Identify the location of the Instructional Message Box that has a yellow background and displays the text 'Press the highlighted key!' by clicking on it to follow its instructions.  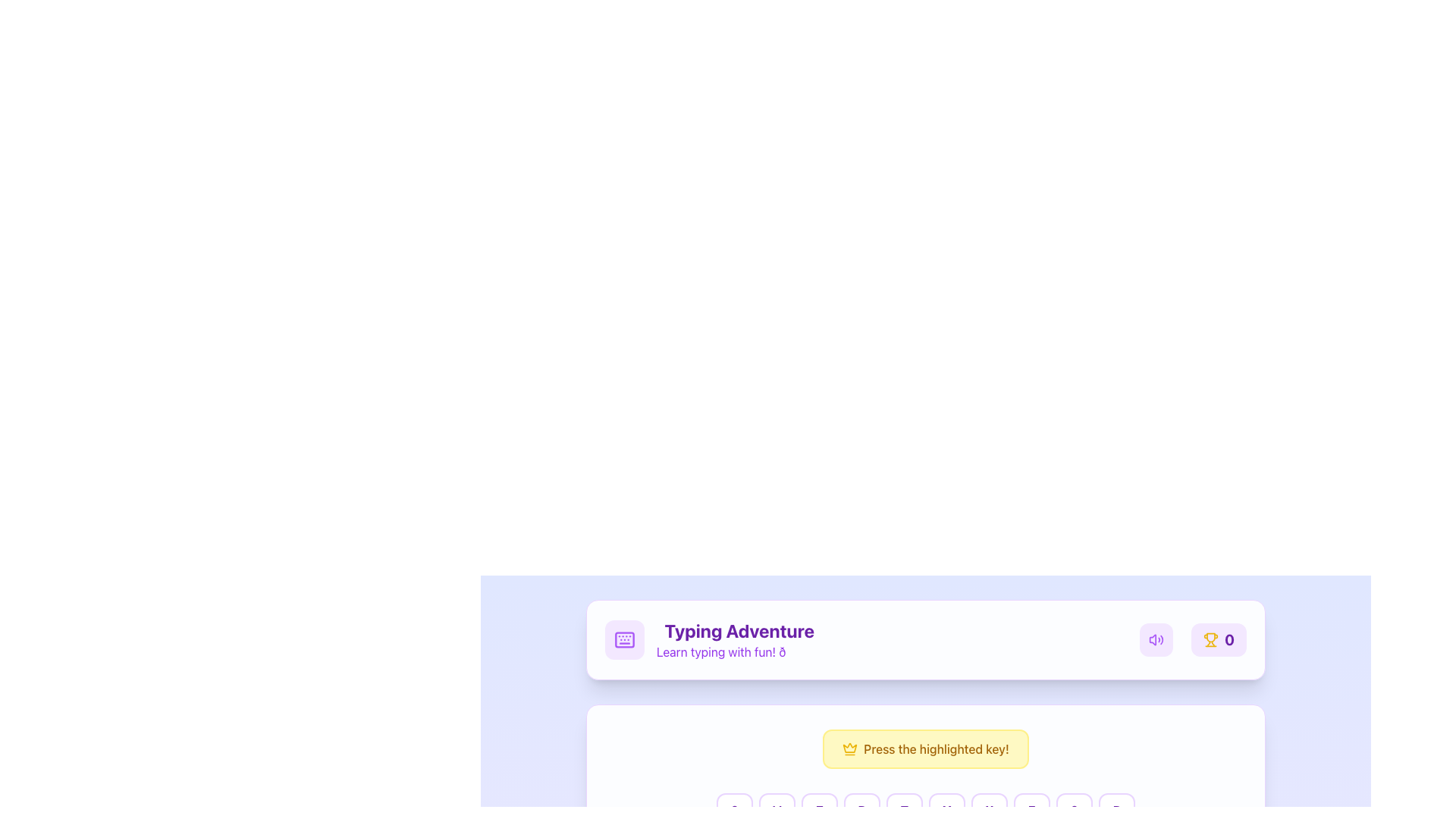
(924, 748).